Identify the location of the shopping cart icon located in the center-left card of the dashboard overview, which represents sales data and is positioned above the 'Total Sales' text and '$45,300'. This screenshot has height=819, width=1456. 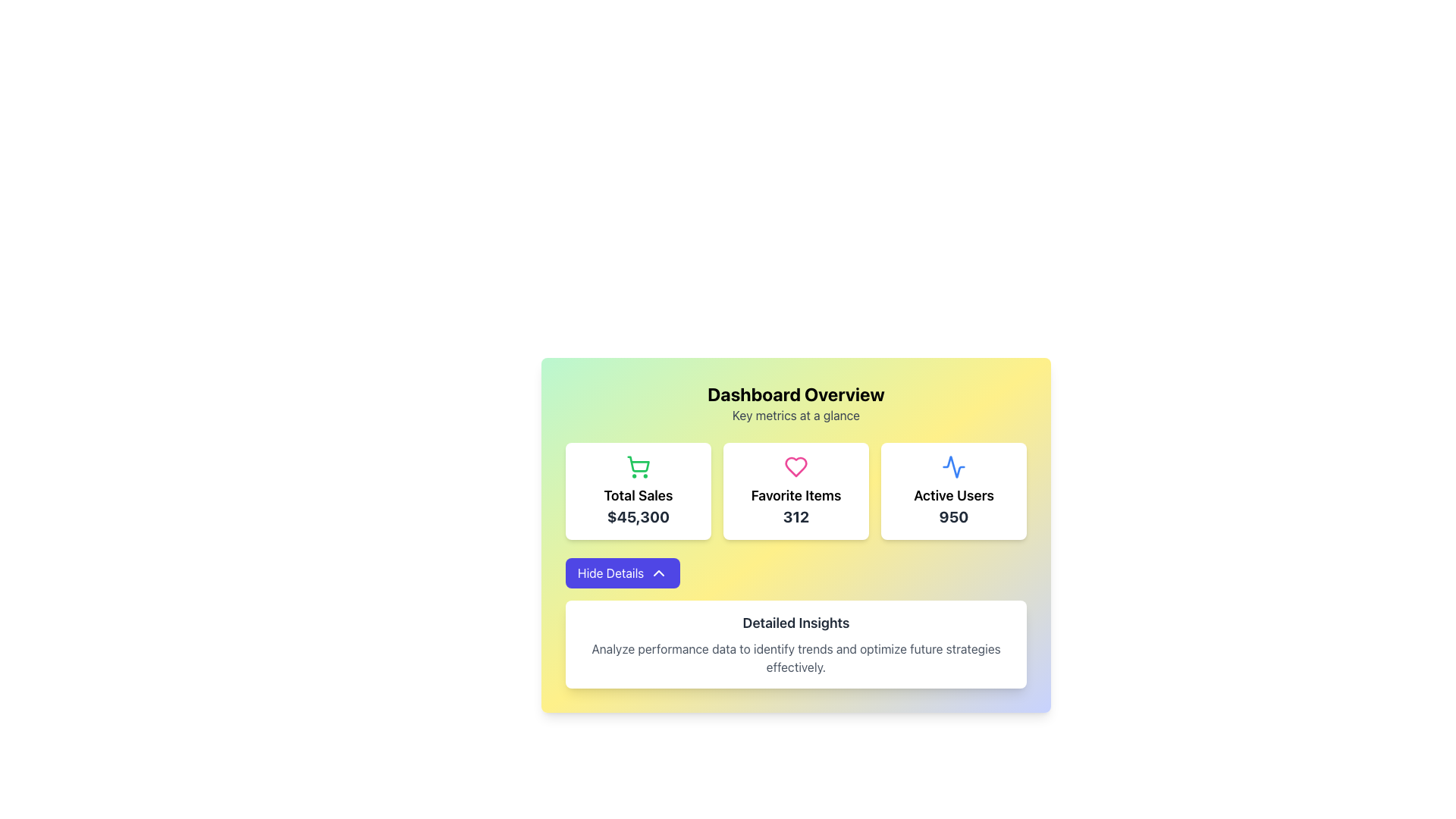
(638, 466).